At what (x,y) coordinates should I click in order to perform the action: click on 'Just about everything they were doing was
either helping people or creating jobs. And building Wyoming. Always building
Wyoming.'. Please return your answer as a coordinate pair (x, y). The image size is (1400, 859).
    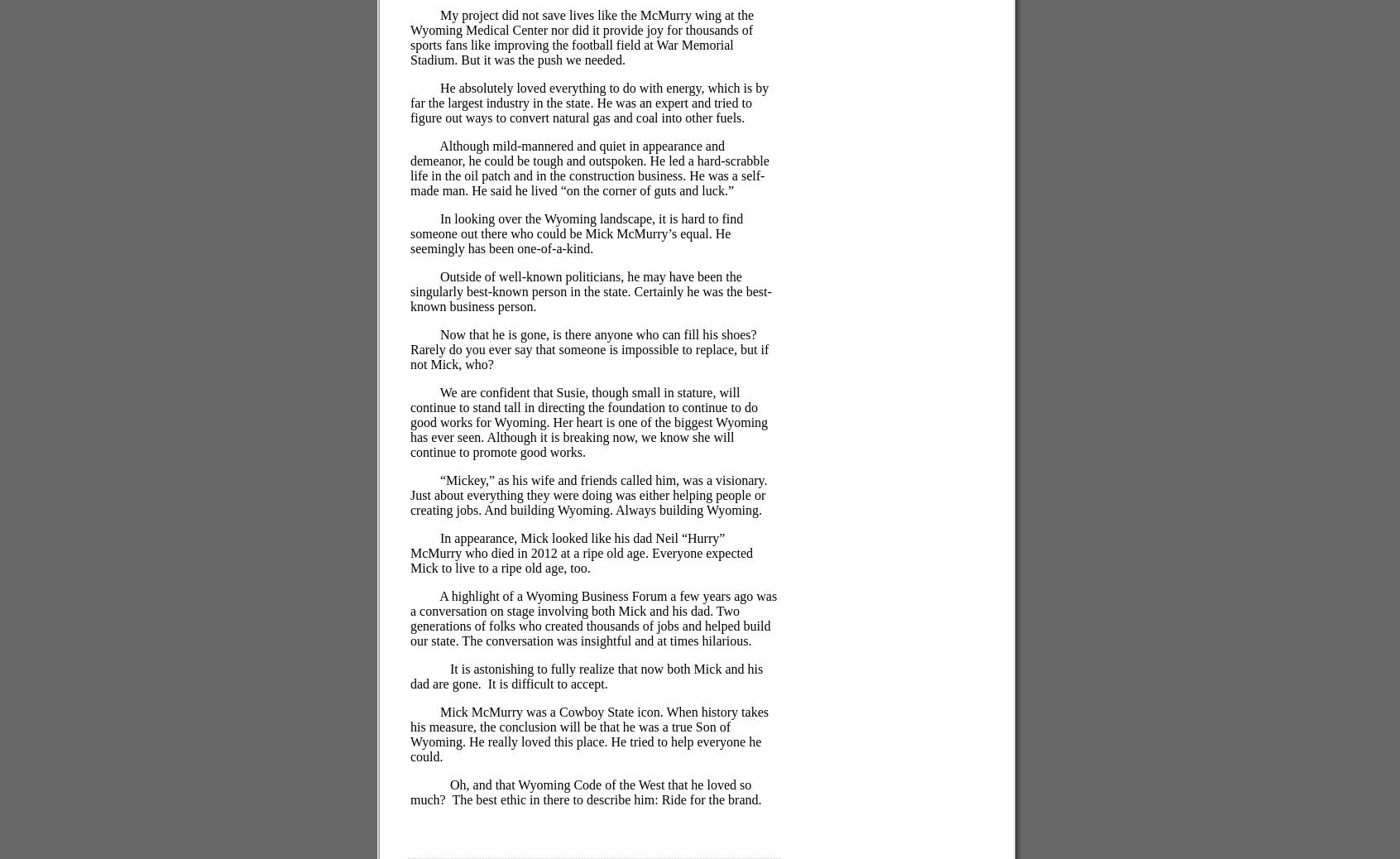
    Looking at the image, I should click on (587, 501).